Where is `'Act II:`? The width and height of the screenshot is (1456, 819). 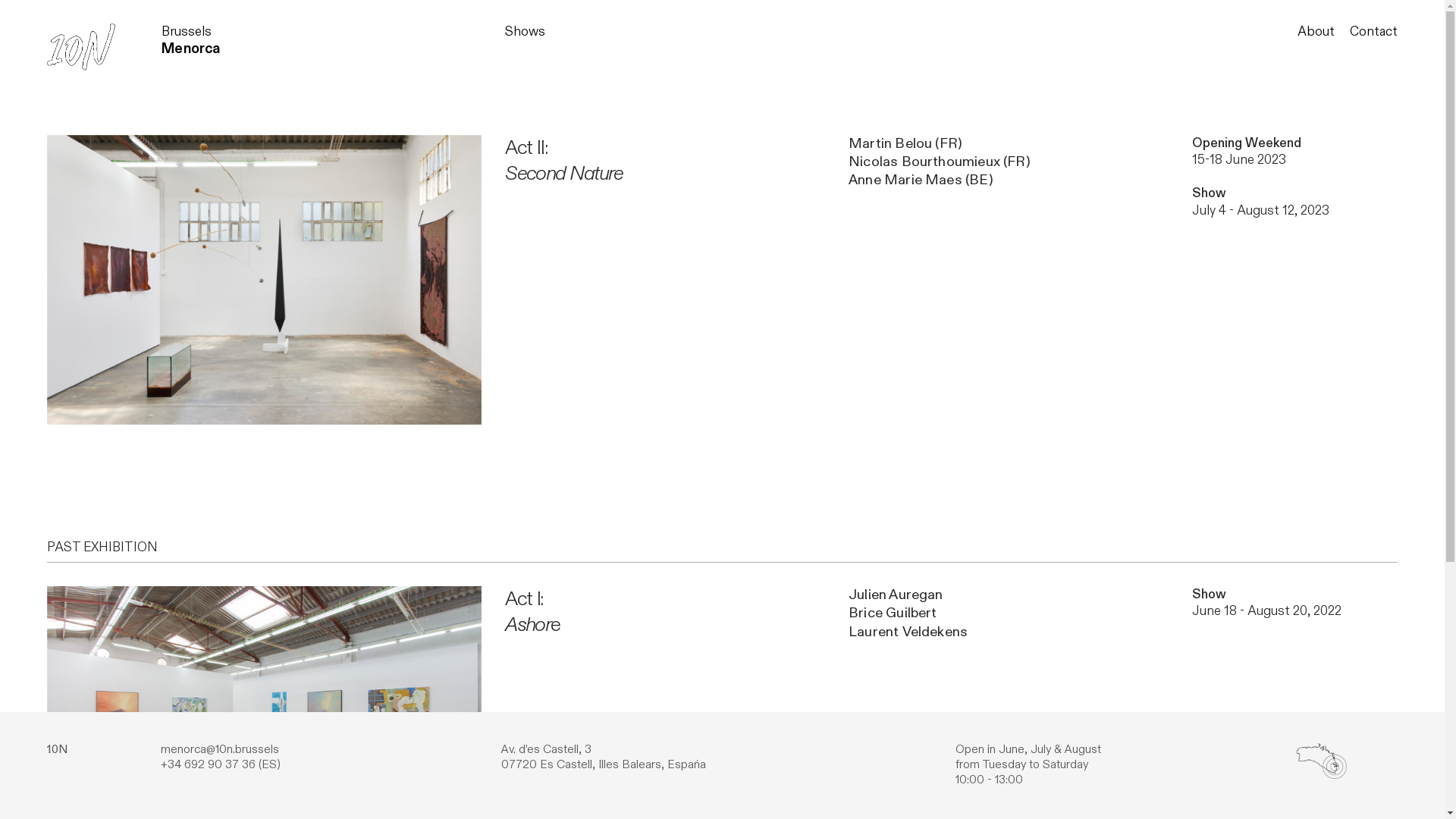
'Act II: is located at coordinates (563, 160).